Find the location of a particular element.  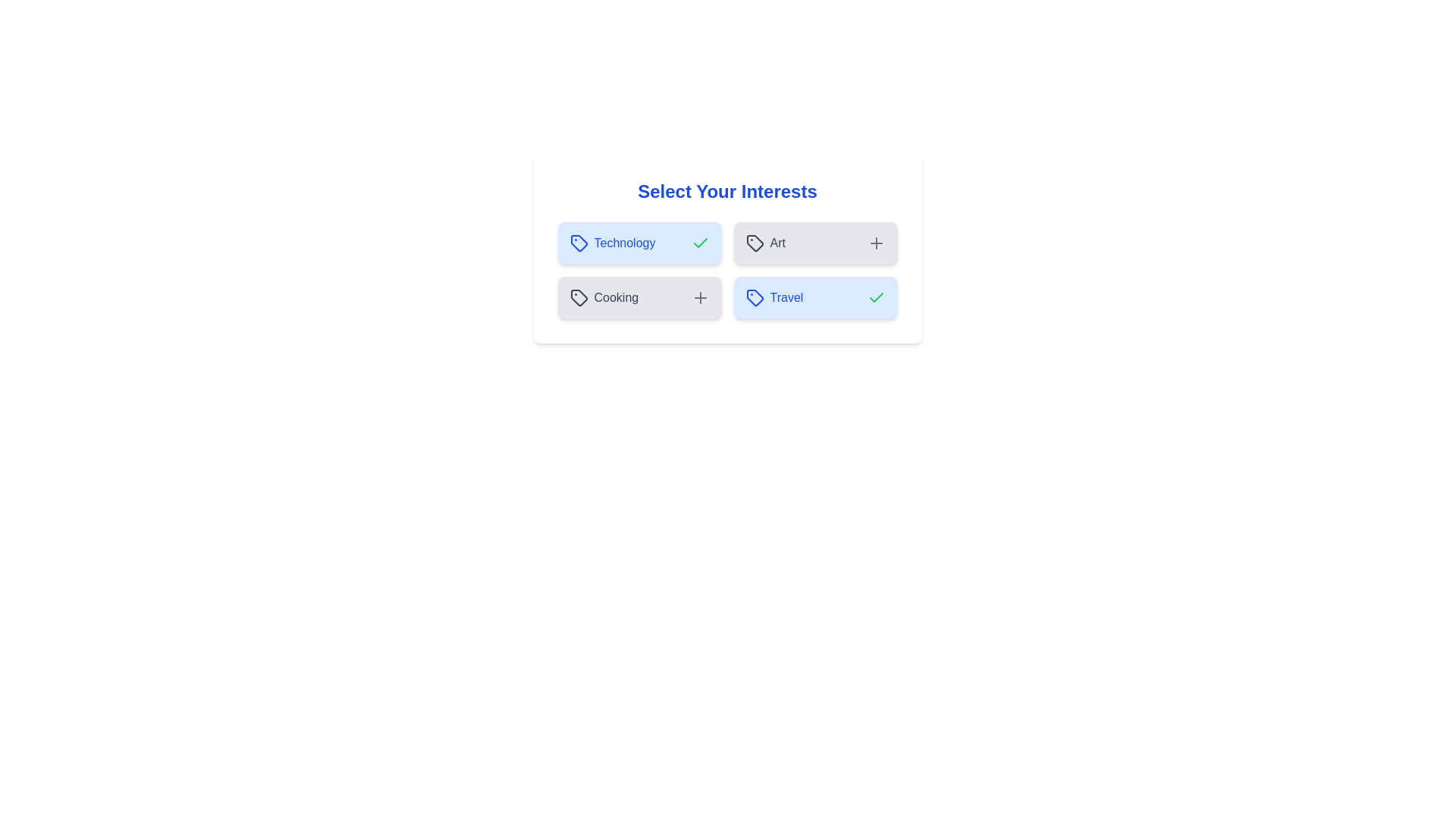

the interest labeled Technology is located at coordinates (639, 242).